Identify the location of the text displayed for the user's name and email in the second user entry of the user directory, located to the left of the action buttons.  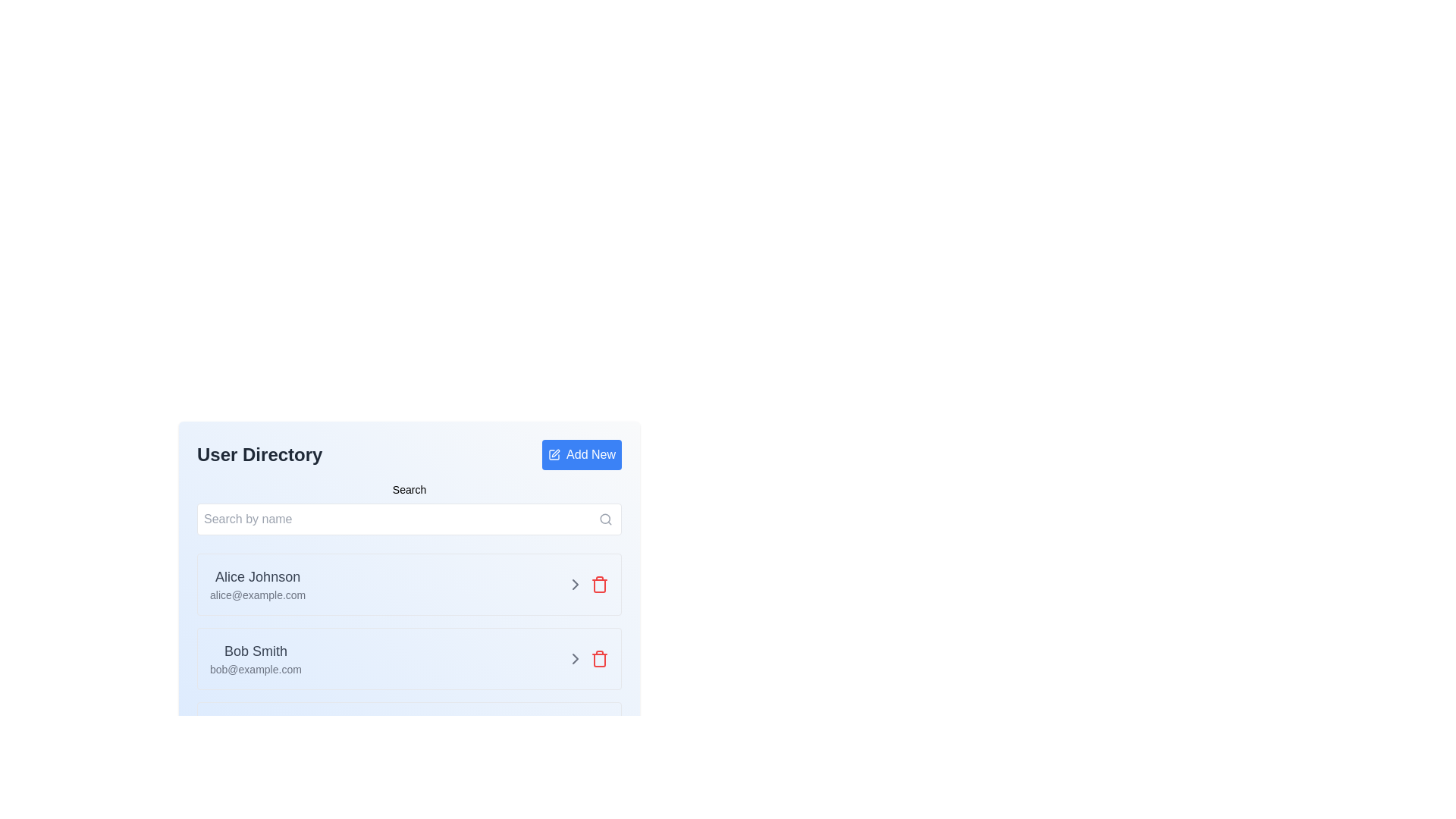
(256, 657).